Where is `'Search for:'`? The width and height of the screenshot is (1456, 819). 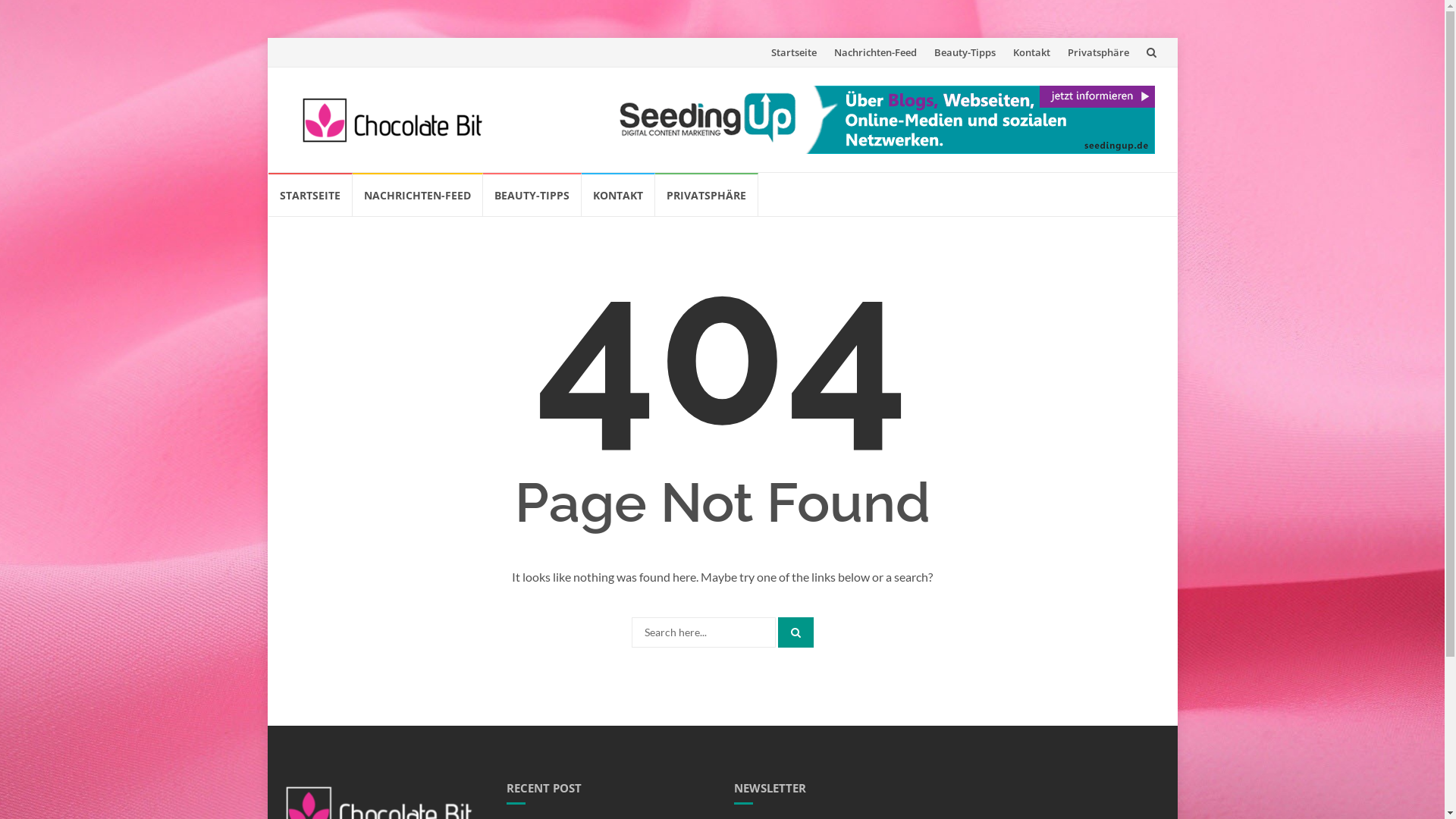 'Search for:' is located at coordinates (630, 632).